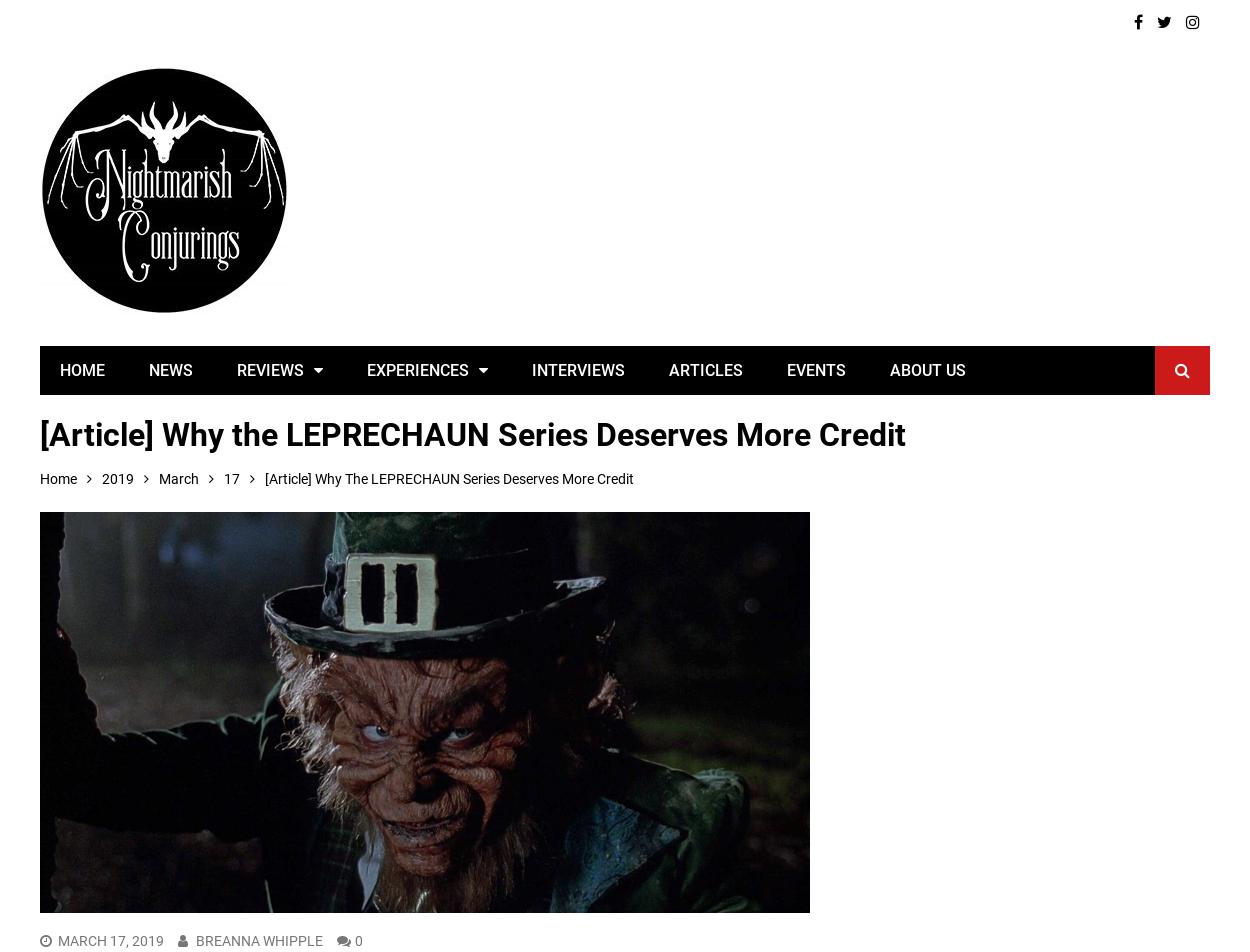 This screenshot has width=1250, height=952. I want to click on 'March', so click(179, 479).